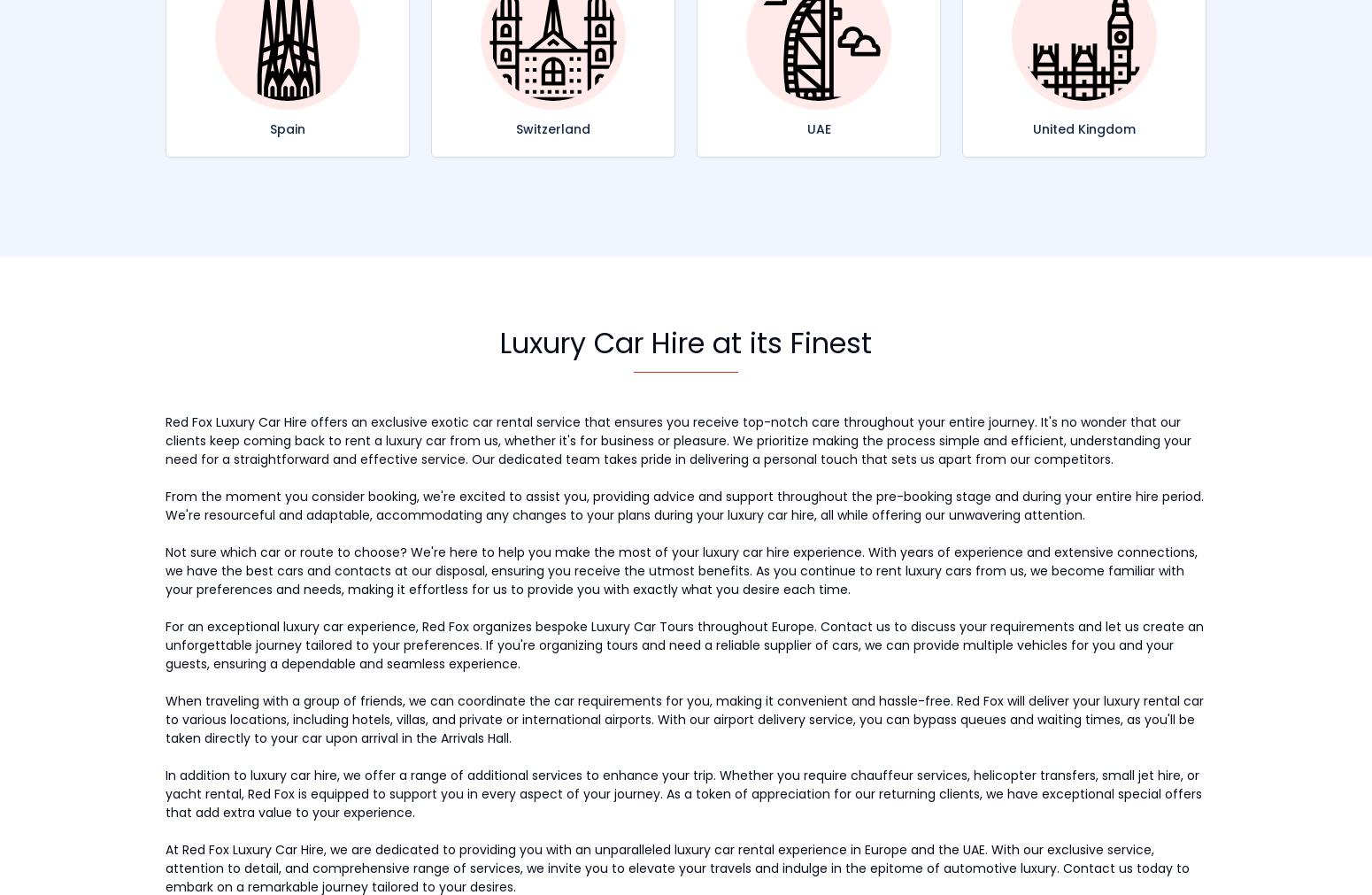  Describe the element at coordinates (805, 127) in the screenshot. I see `'UAE'` at that location.